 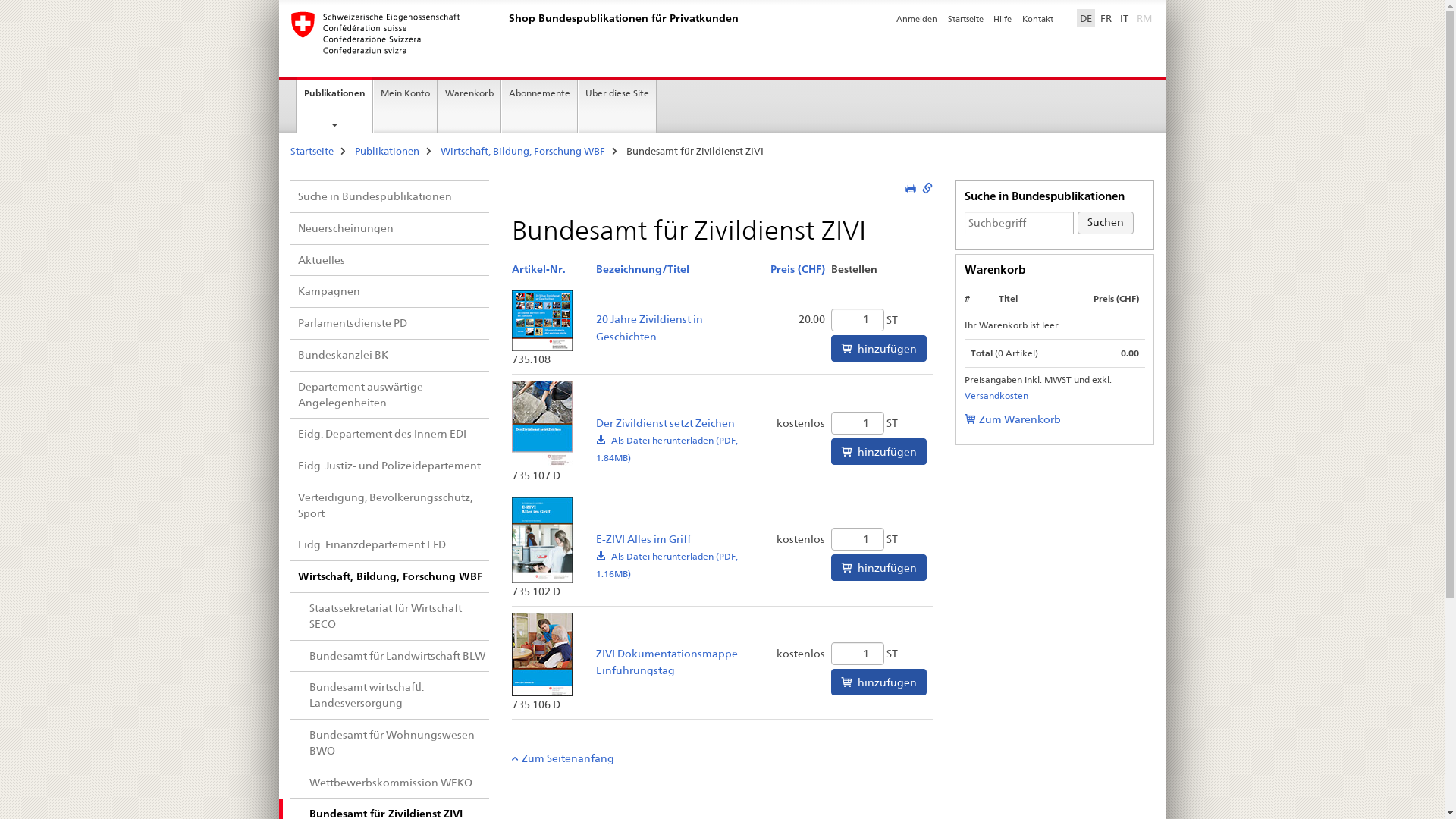 What do you see at coordinates (542, 423) in the screenshot?
I see `'Produktbild: Der Zivildienst setzt Zeichen'` at bounding box center [542, 423].